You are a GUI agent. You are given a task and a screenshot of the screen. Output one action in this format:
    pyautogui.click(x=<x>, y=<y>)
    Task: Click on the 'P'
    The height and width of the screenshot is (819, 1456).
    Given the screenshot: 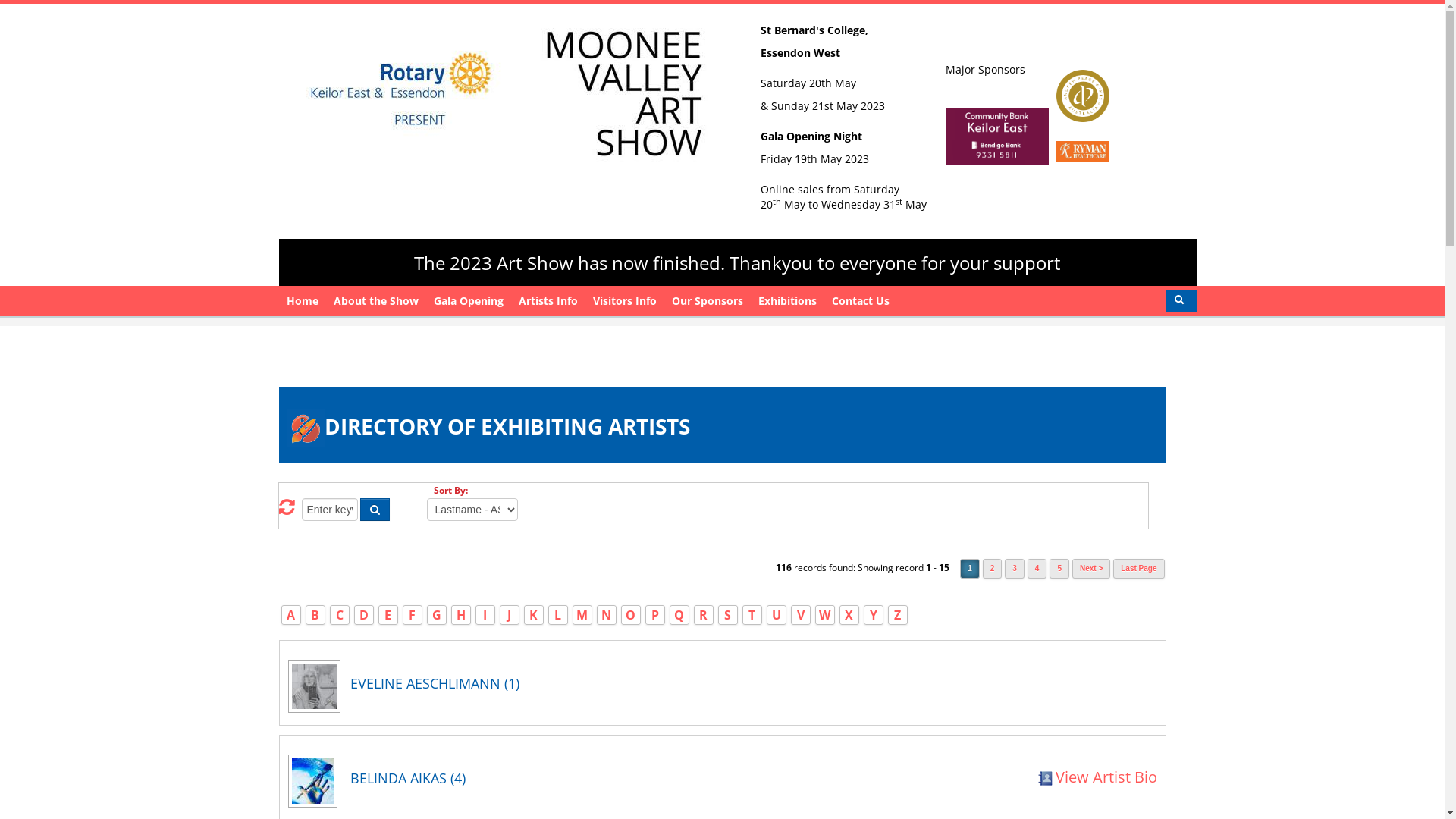 What is the action you would take?
    pyautogui.click(x=654, y=614)
    